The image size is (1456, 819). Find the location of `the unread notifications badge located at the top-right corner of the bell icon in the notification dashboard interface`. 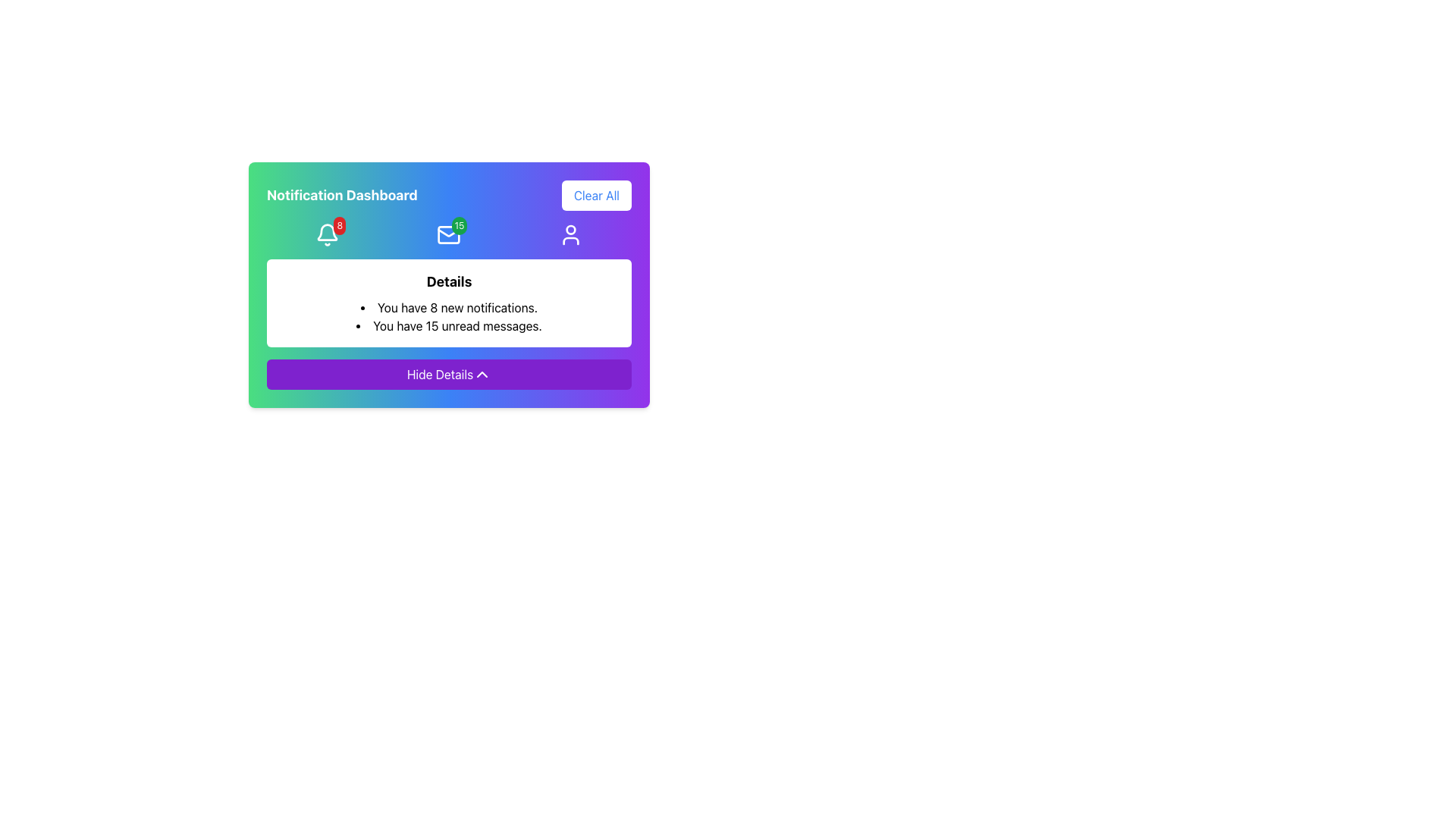

the unread notifications badge located at the top-right corner of the bell icon in the notification dashboard interface is located at coordinates (339, 225).